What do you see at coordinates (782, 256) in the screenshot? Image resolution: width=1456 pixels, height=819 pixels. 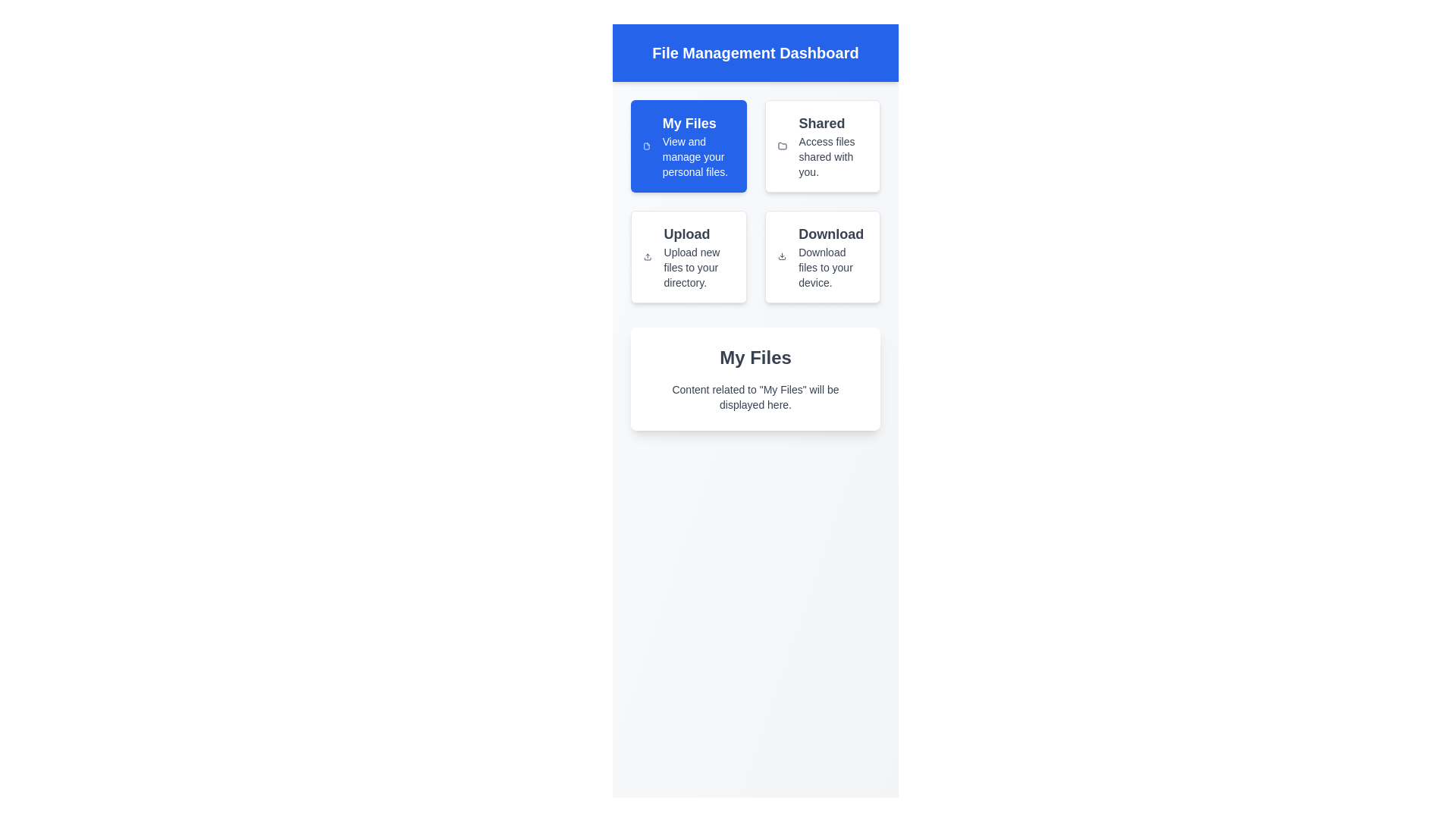 I see `the download icon located in the bottom-right of the main grid of tiles, positioned above the text 'Download files to your device.'` at bounding box center [782, 256].